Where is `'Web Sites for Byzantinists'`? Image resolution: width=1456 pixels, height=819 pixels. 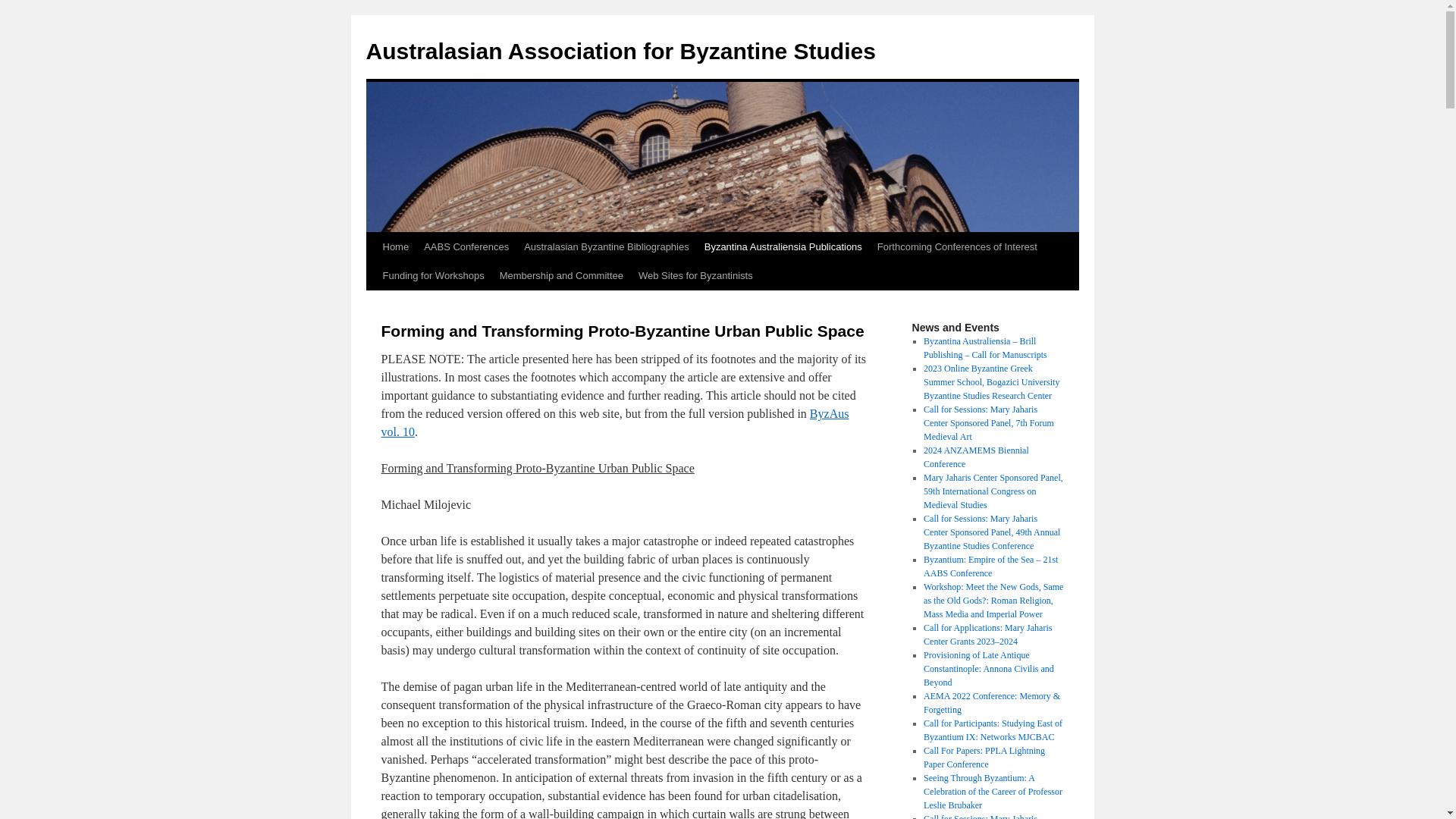 'Web Sites for Byzantinists' is located at coordinates (695, 275).